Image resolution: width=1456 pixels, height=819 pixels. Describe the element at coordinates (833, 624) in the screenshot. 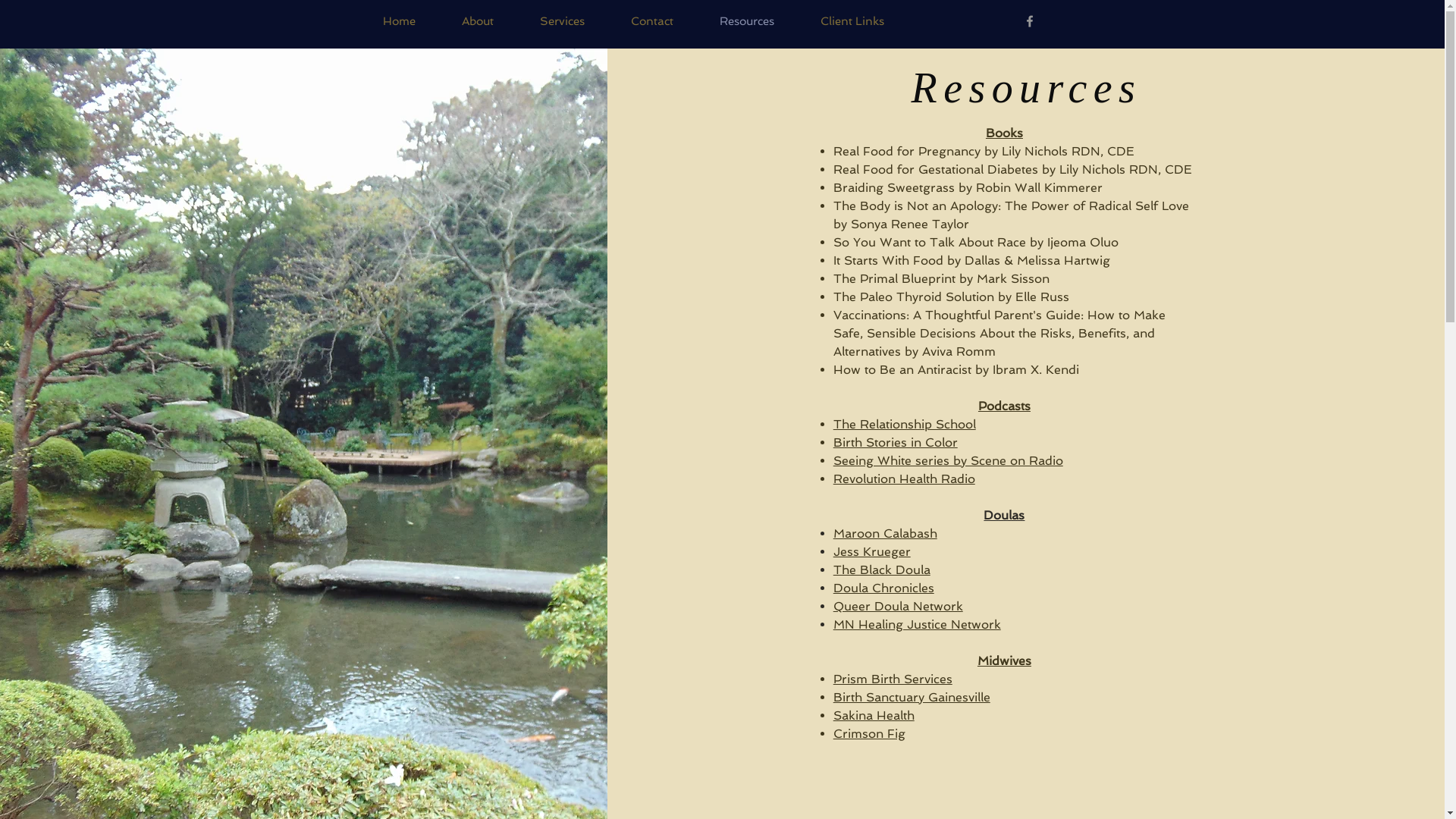

I see `'MN Healing Justice Network'` at that location.